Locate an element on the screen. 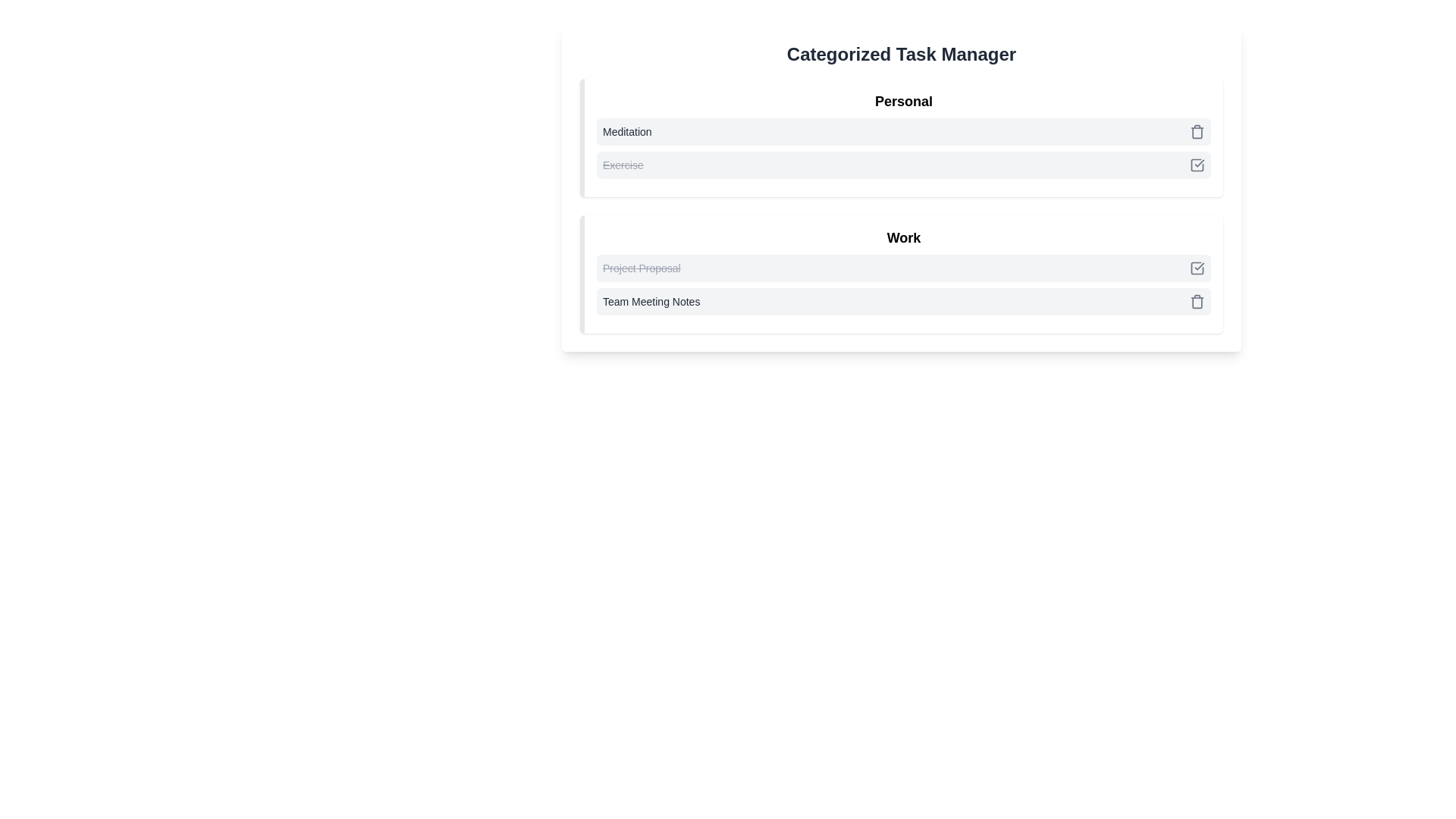 The image size is (1456, 819). the text label 'Work' which categorizes related items in the subsection, located near the top of the page is located at coordinates (903, 237).